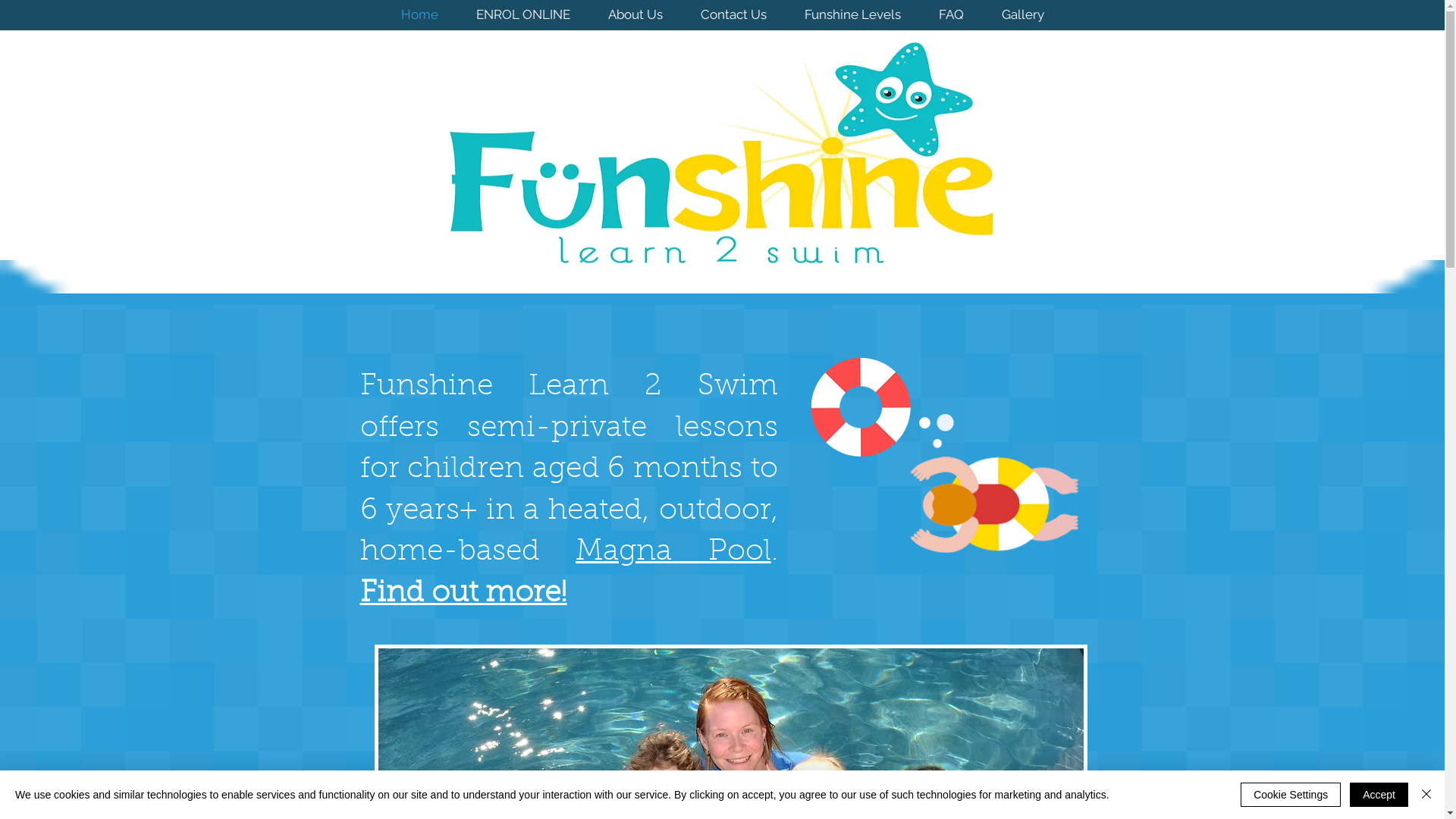 The width and height of the screenshot is (1456, 819). Describe the element at coordinates (419, 13) in the screenshot. I see `'Home'` at that location.